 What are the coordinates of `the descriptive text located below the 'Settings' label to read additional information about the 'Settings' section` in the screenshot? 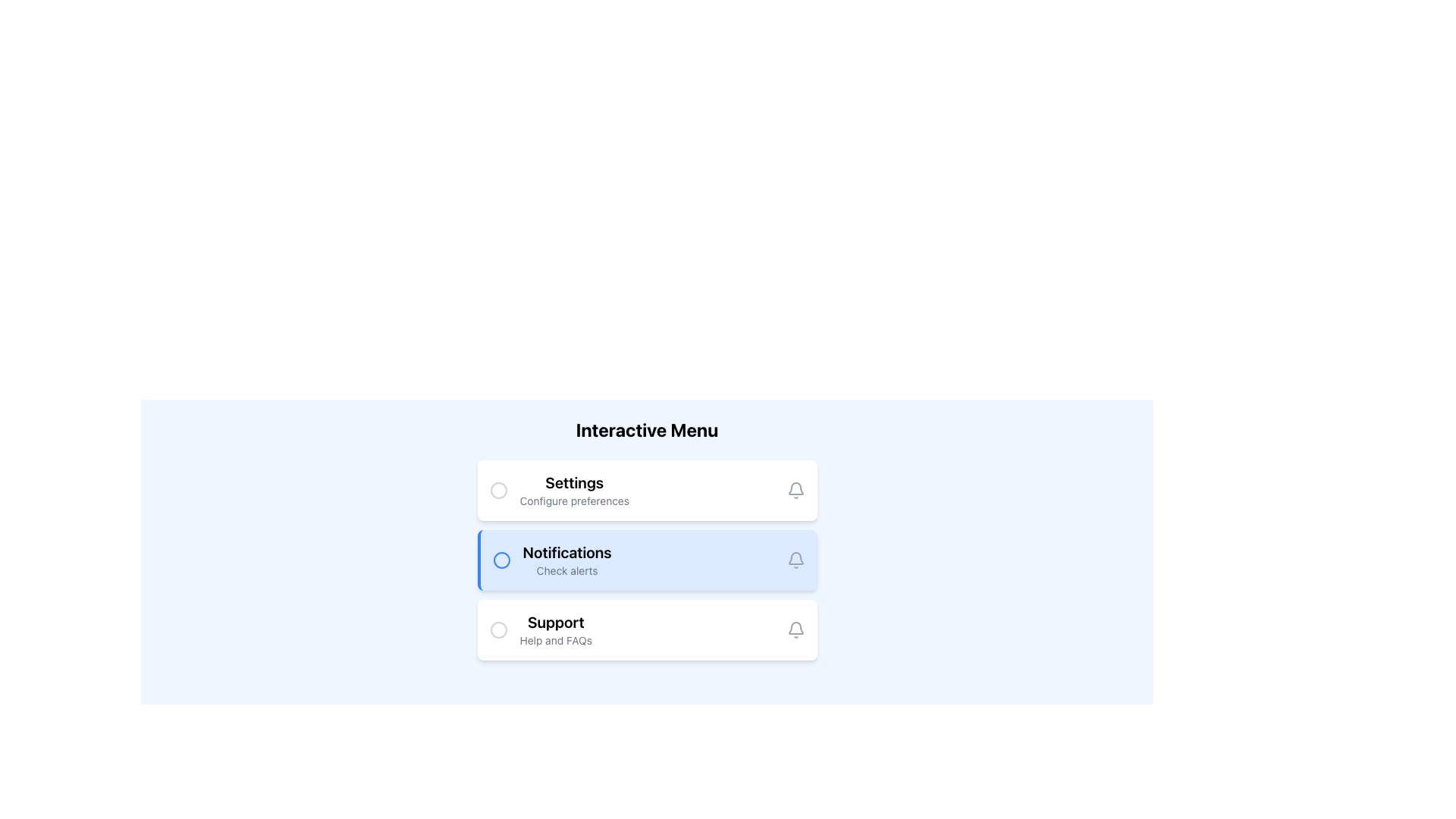 It's located at (573, 500).